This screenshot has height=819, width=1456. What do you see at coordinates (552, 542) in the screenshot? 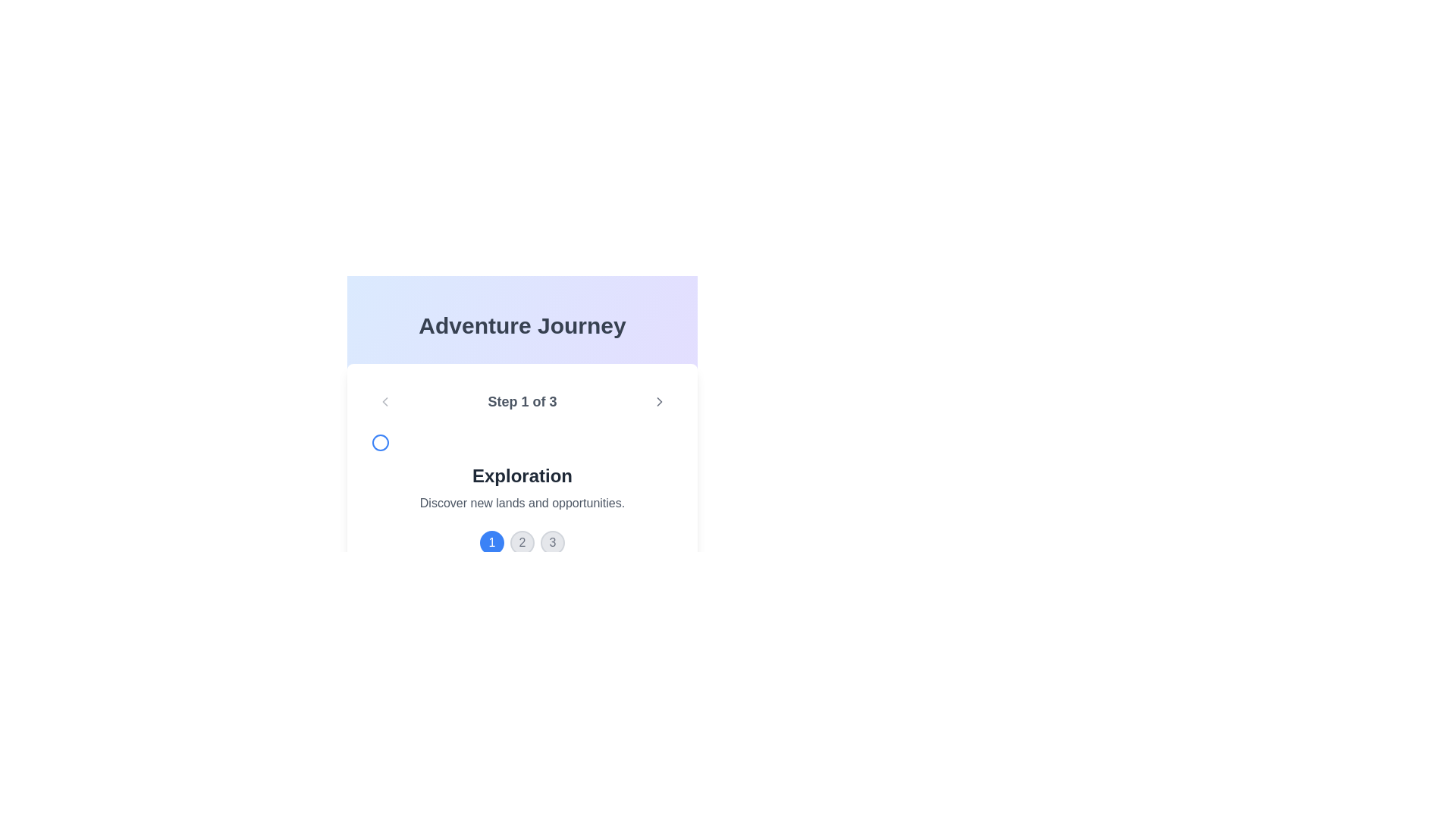
I see `the circular button displaying the number '3' to visualize the hover effects` at bounding box center [552, 542].